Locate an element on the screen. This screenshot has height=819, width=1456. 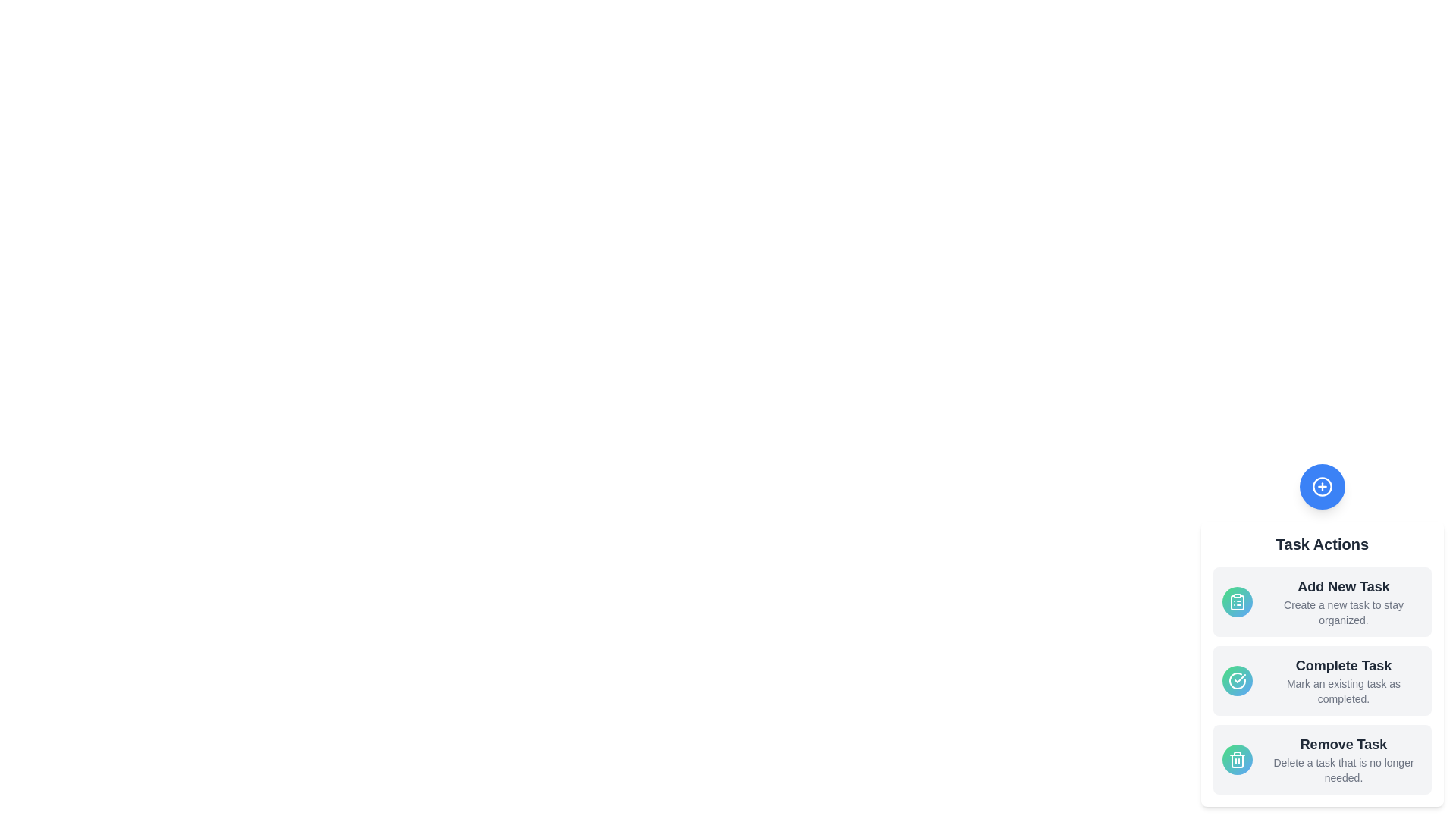
the 'Add New Task' option is located at coordinates (1321, 601).